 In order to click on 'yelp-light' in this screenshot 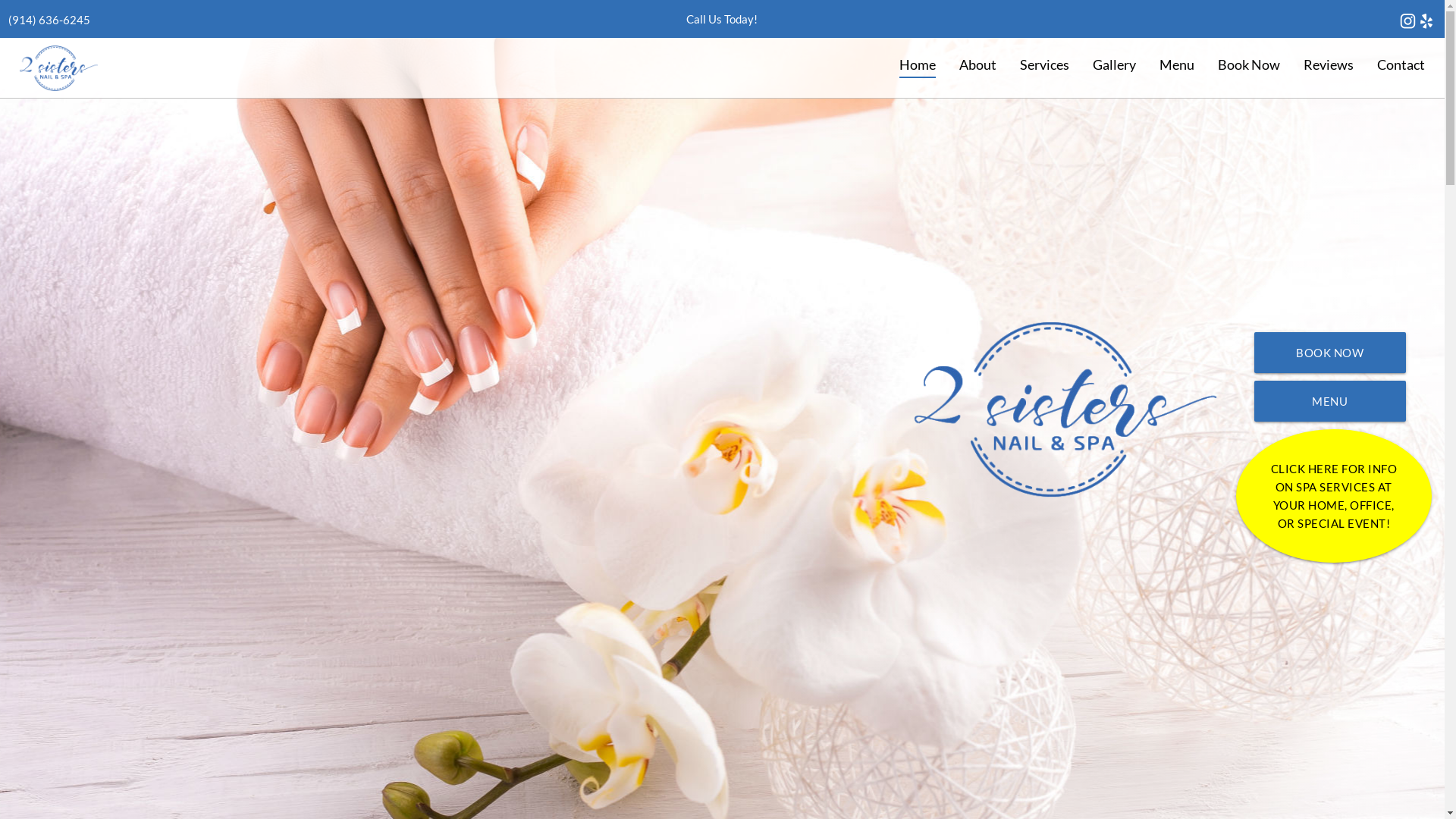, I will do `click(1416, 20)`.